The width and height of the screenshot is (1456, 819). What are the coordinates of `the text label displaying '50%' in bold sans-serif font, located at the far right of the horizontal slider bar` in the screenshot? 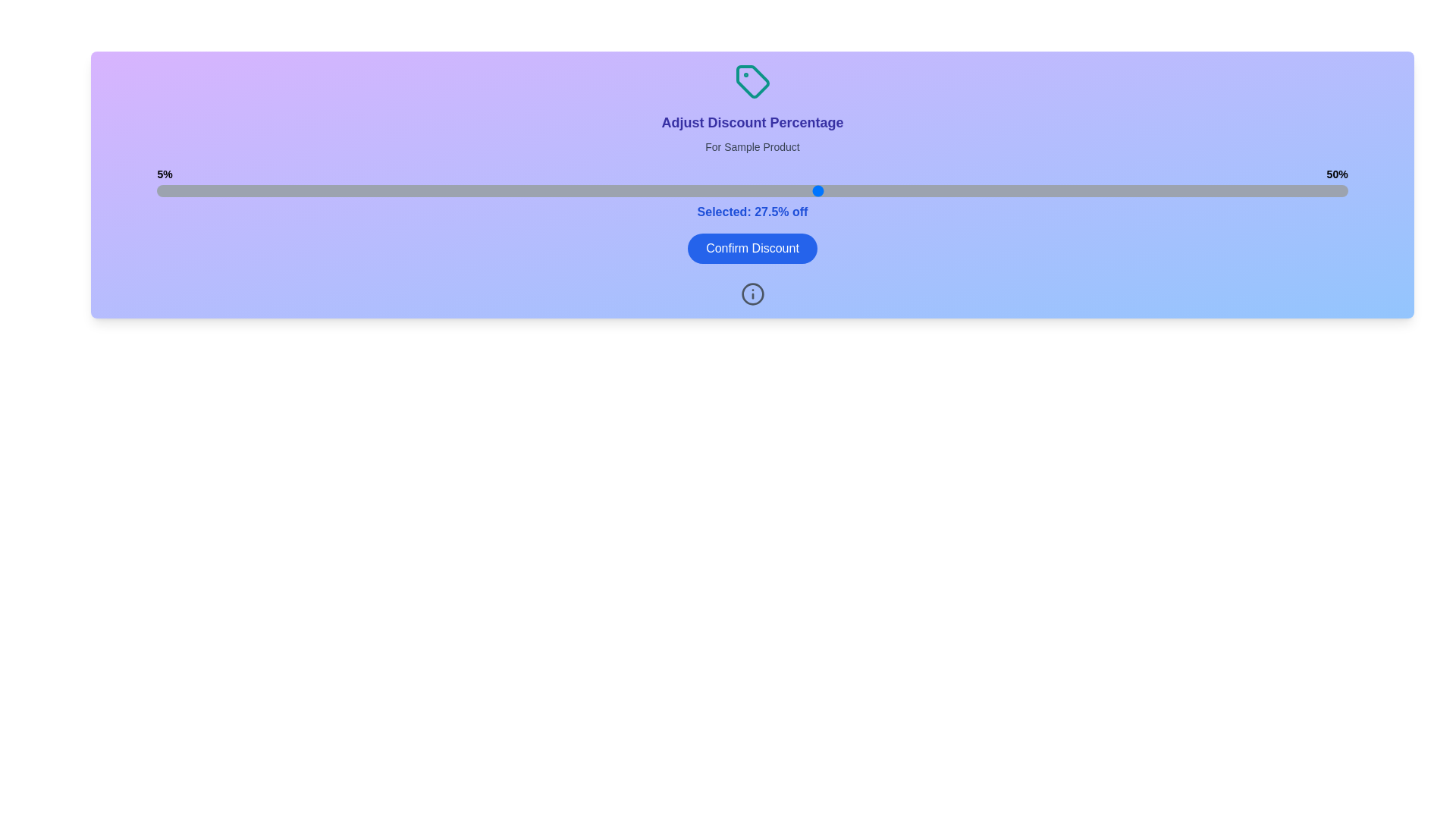 It's located at (1337, 174).